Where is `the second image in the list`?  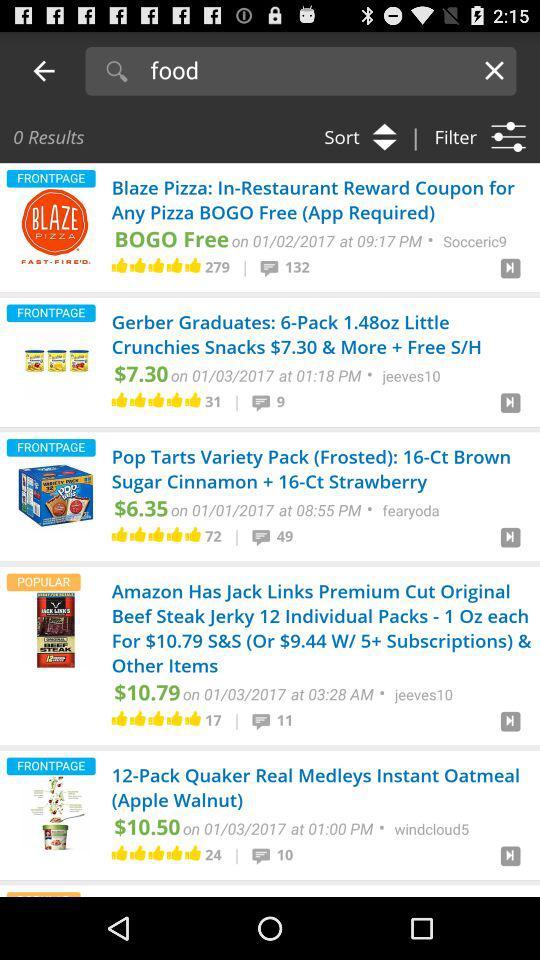 the second image in the list is located at coordinates (55, 360).